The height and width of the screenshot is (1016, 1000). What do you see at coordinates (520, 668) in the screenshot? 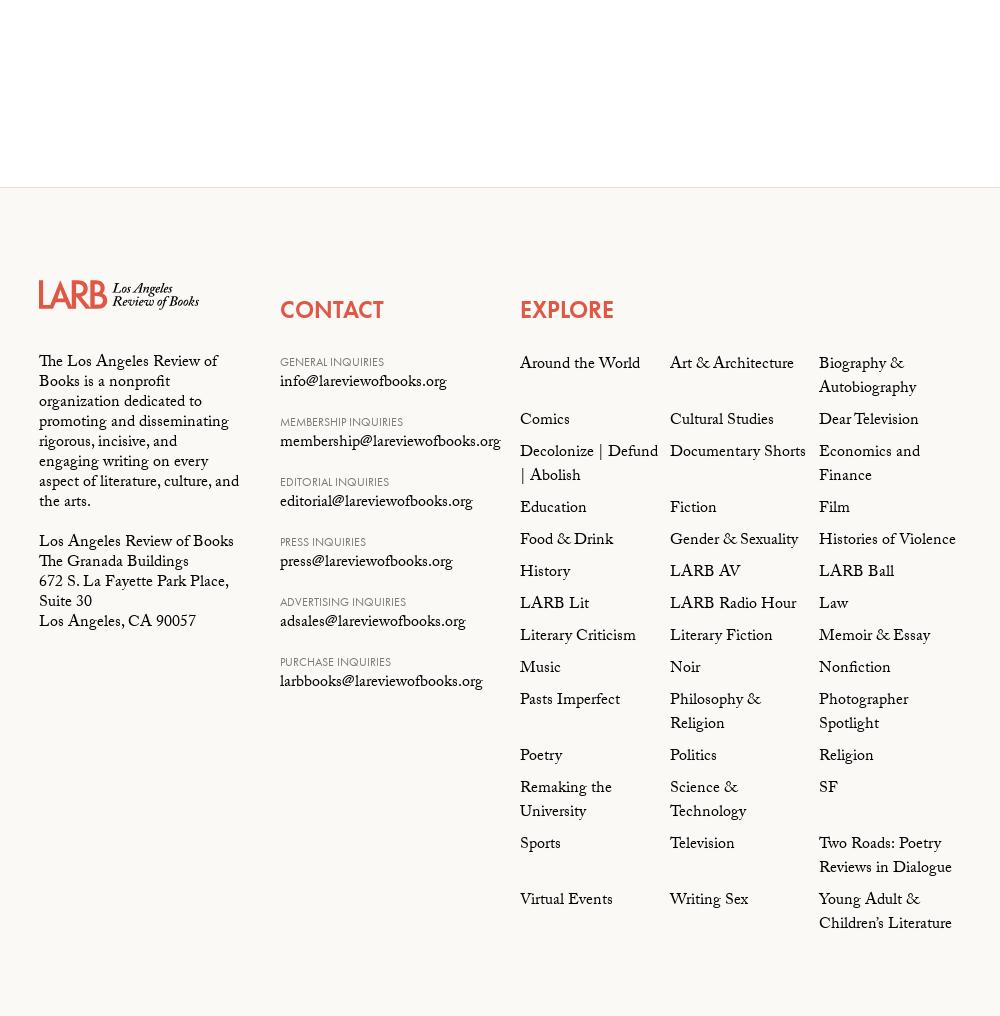
I see `'Music'` at bounding box center [520, 668].